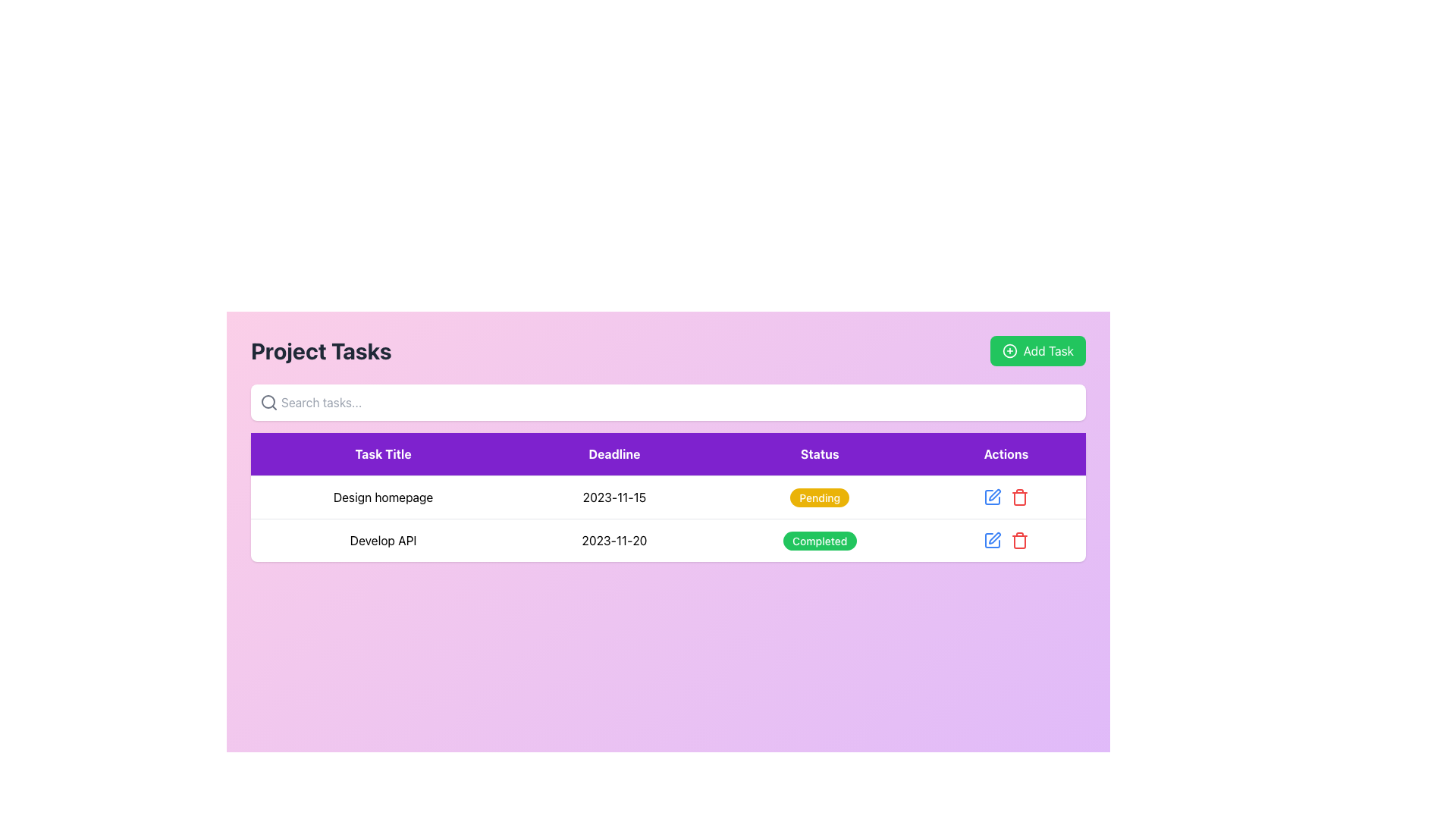 The height and width of the screenshot is (819, 1456). What do you see at coordinates (1019, 541) in the screenshot?
I see `the middle component of the trash can icon in the 'Actions' column of the second row, which represents the delete action for the 'Develop API' task` at bounding box center [1019, 541].